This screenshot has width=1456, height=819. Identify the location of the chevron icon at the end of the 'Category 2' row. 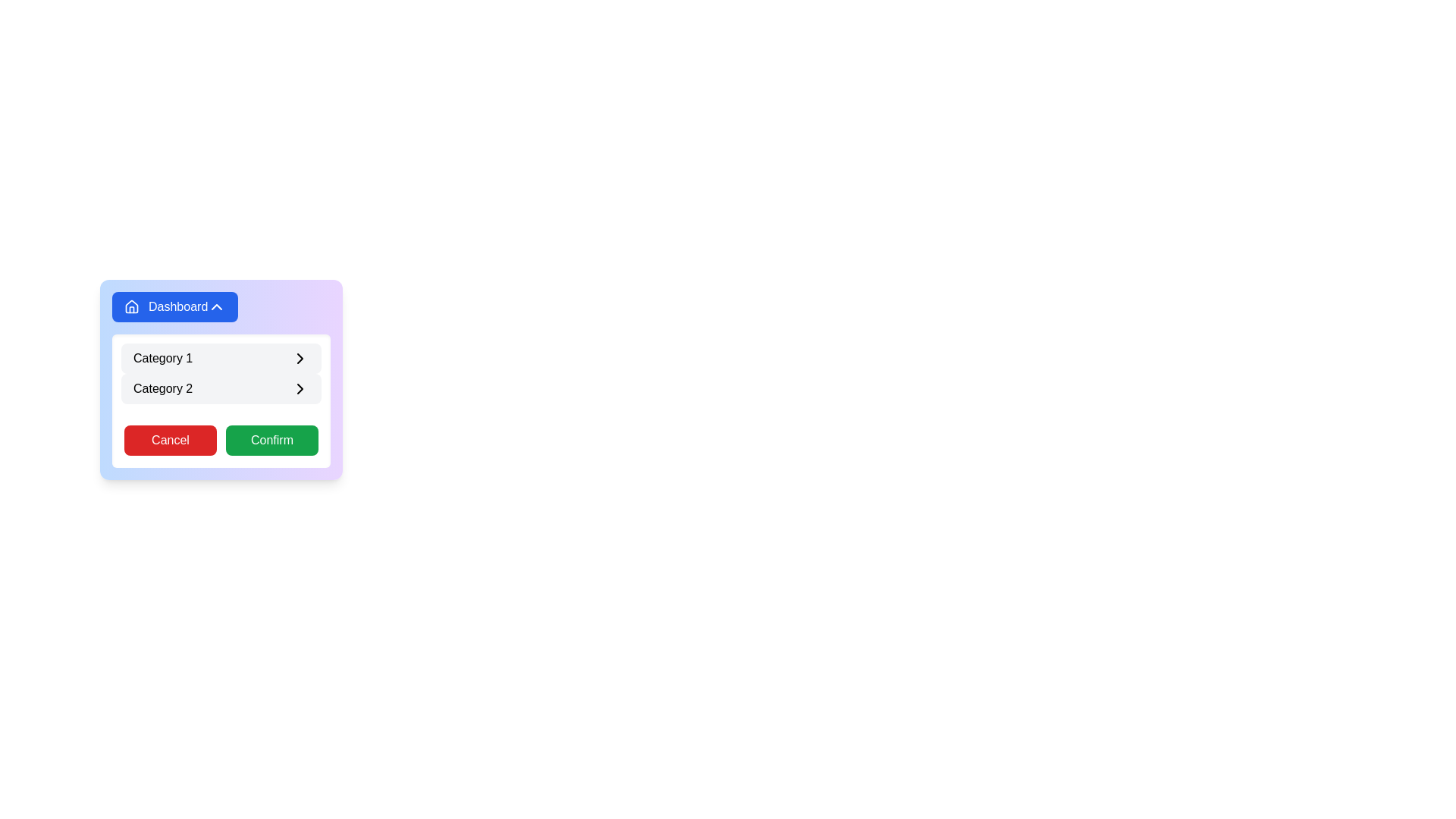
(300, 388).